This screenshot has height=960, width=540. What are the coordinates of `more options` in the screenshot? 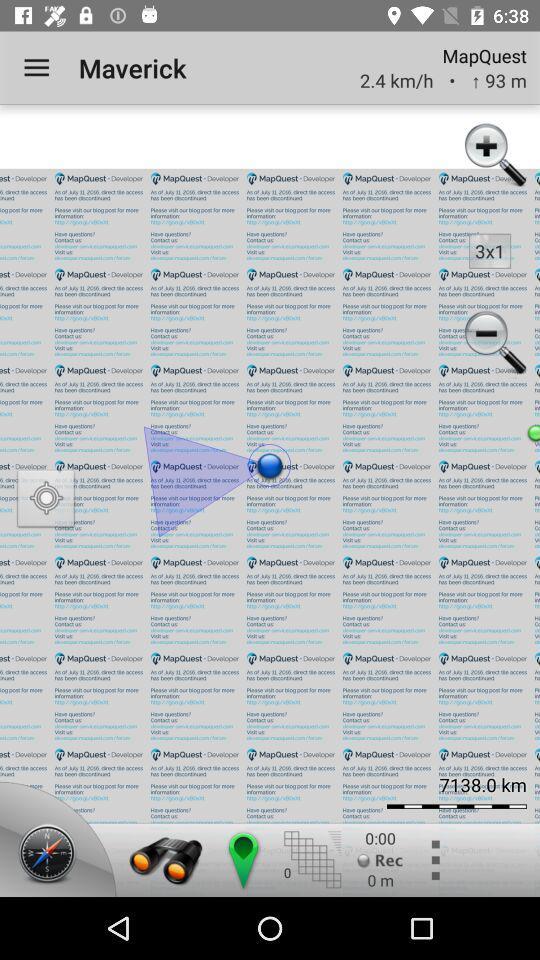 It's located at (433, 859).